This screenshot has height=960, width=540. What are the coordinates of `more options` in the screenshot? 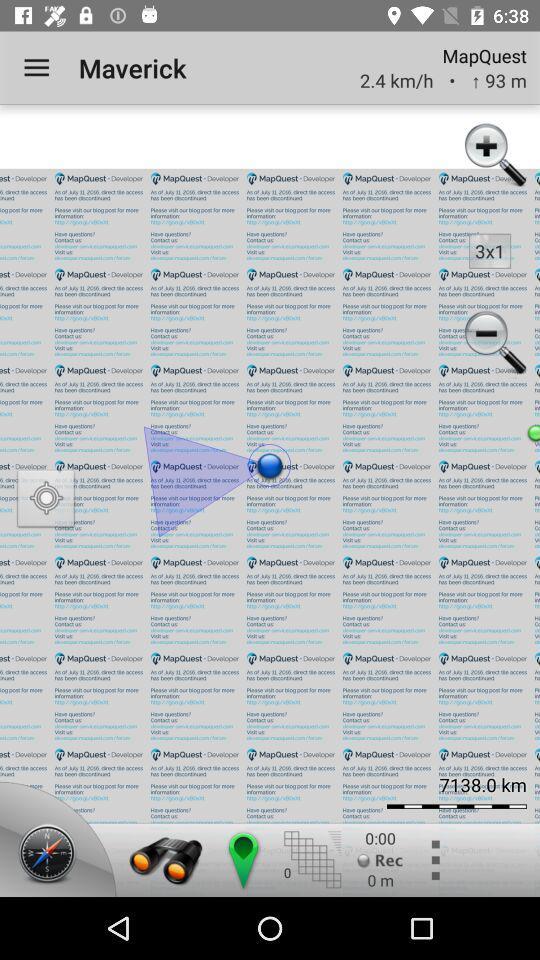 It's located at (433, 859).